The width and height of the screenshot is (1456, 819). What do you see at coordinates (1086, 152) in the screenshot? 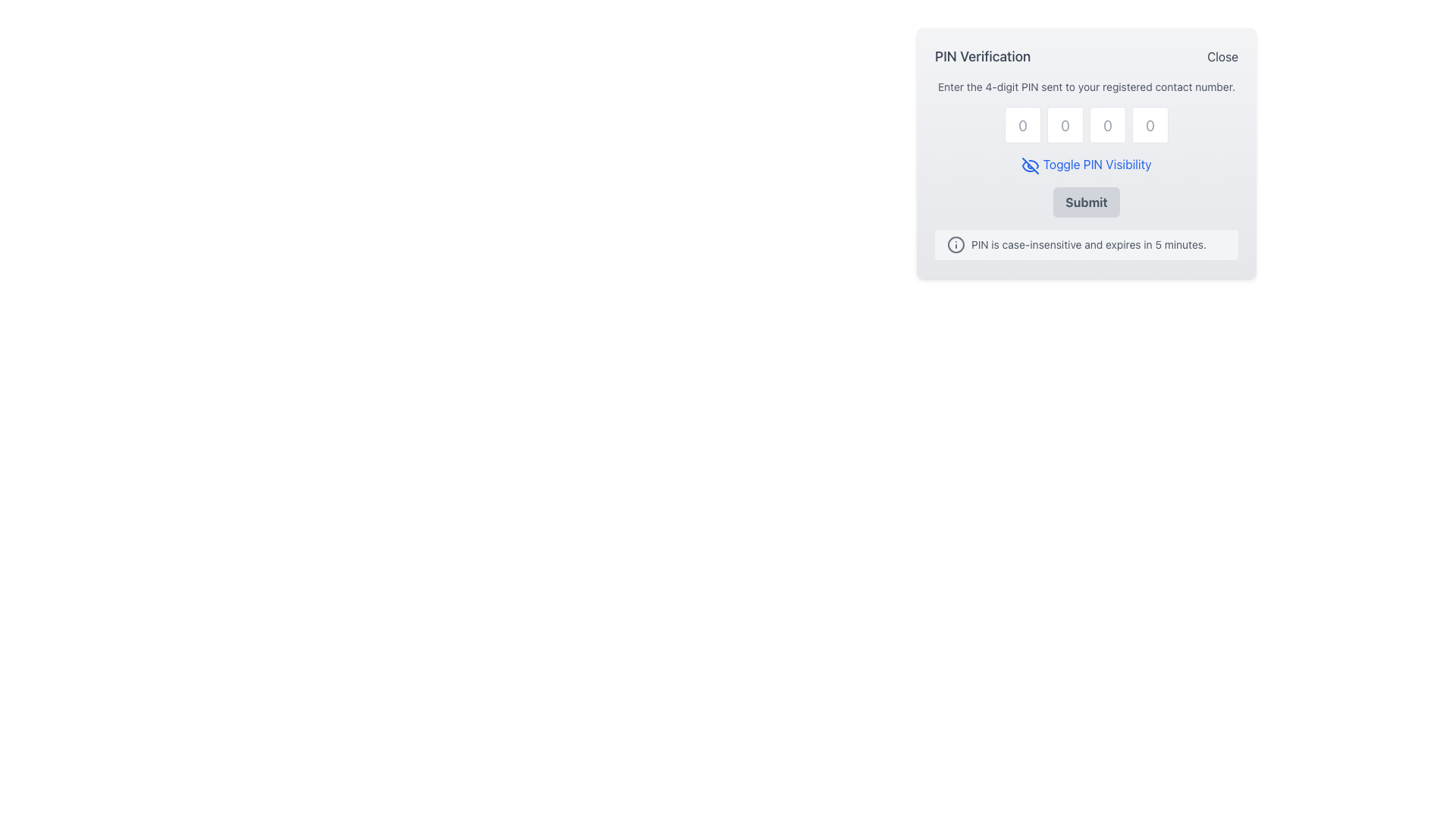
I see `the modal dialog box titled 'PIN Verification' which has a gray-to-white gradient background and rounded corners` at bounding box center [1086, 152].